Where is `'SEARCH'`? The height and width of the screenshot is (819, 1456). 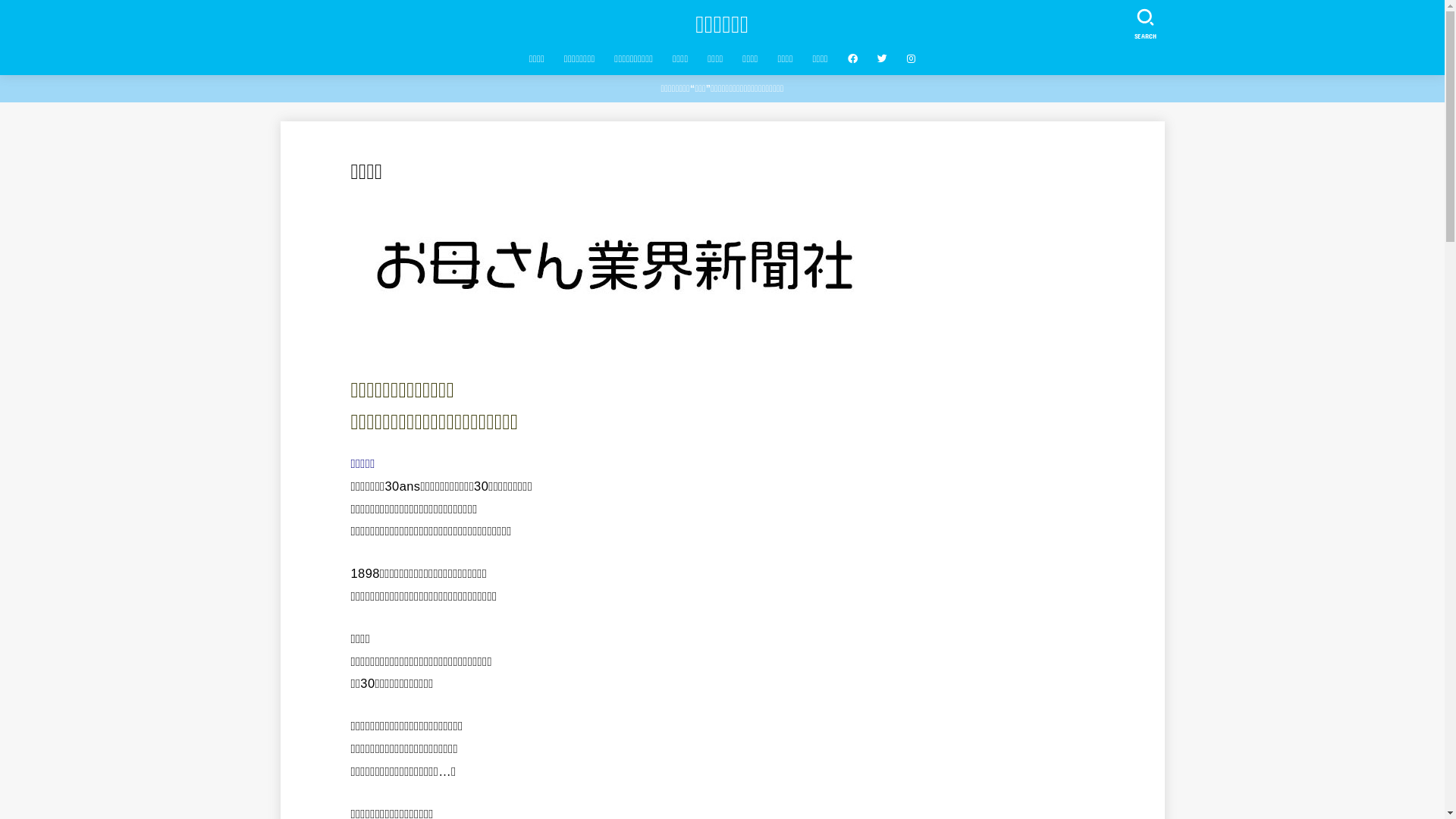
'SEARCH' is located at coordinates (1144, 20).